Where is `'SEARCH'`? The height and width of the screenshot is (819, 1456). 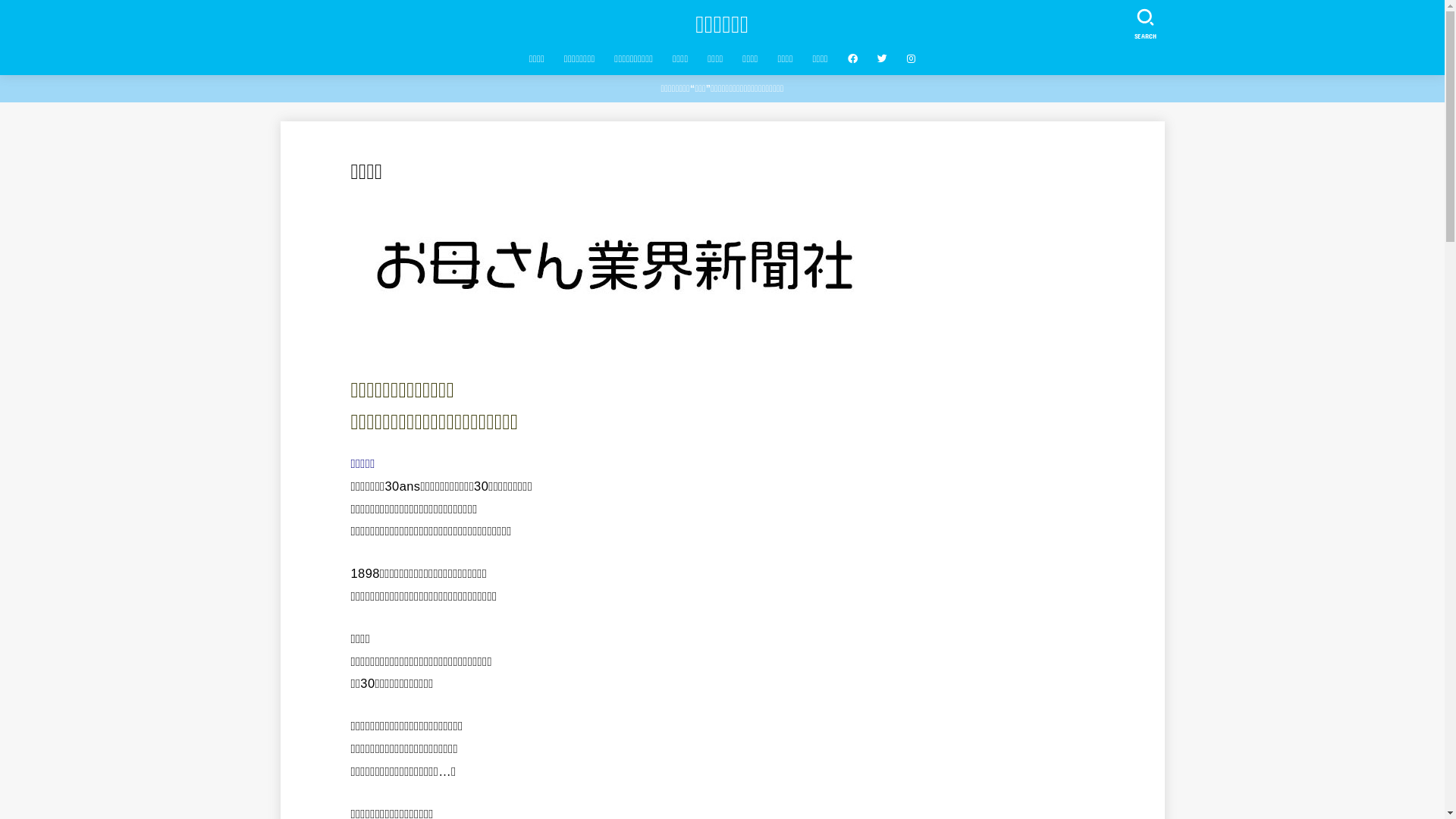
'SEARCH' is located at coordinates (1144, 20).